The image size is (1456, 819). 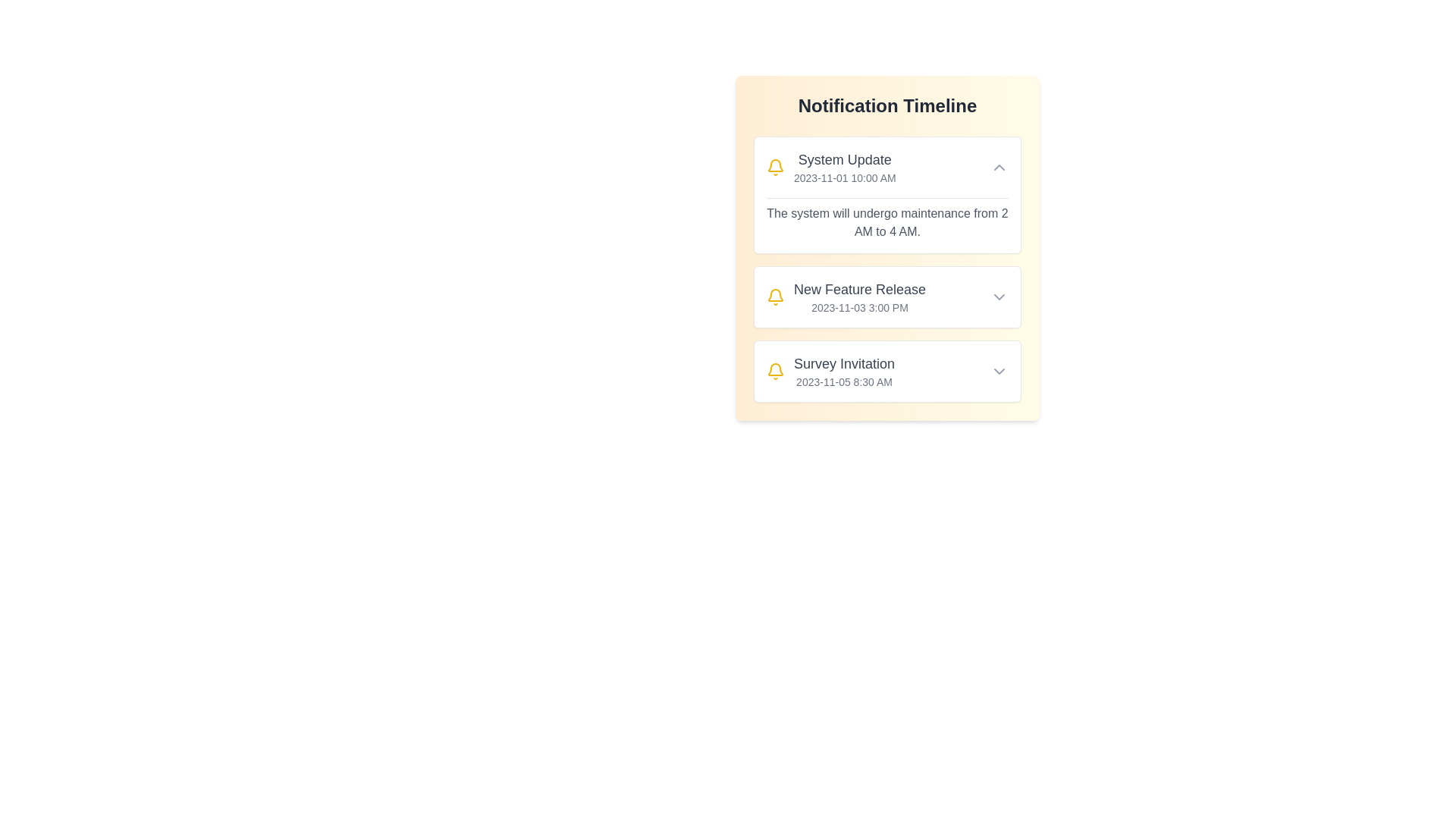 What do you see at coordinates (860, 297) in the screenshot?
I see `the text label displaying 'New Feature Release' which is the second notification in the timeline interface, positioned between 'System Update' and 'Survey Invitation'` at bounding box center [860, 297].